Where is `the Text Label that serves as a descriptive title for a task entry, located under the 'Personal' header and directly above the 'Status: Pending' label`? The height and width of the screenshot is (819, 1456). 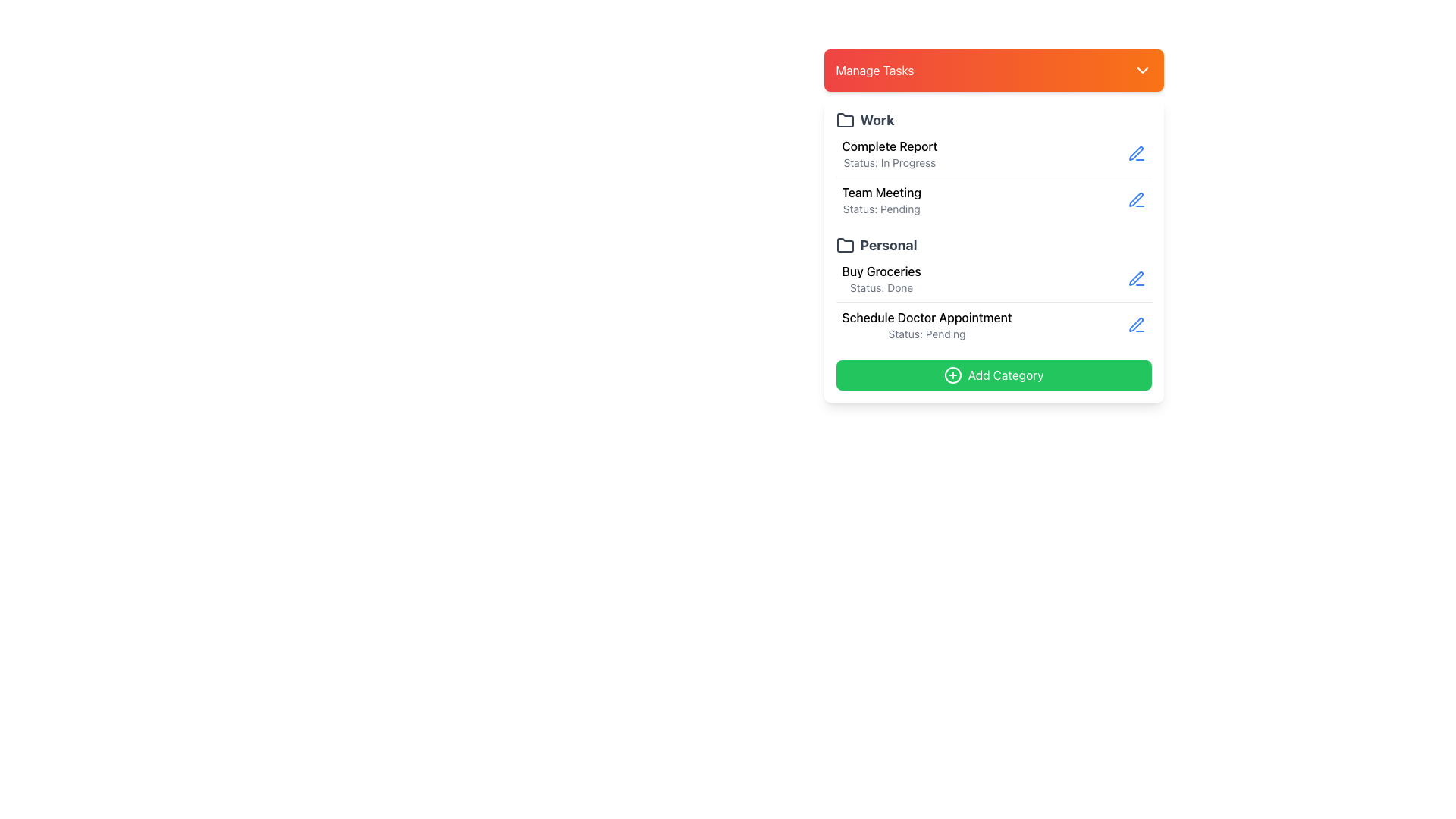
the Text Label that serves as a descriptive title for a task entry, located under the 'Personal' header and directly above the 'Status: Pending' label is located at coordinates (926, 317).